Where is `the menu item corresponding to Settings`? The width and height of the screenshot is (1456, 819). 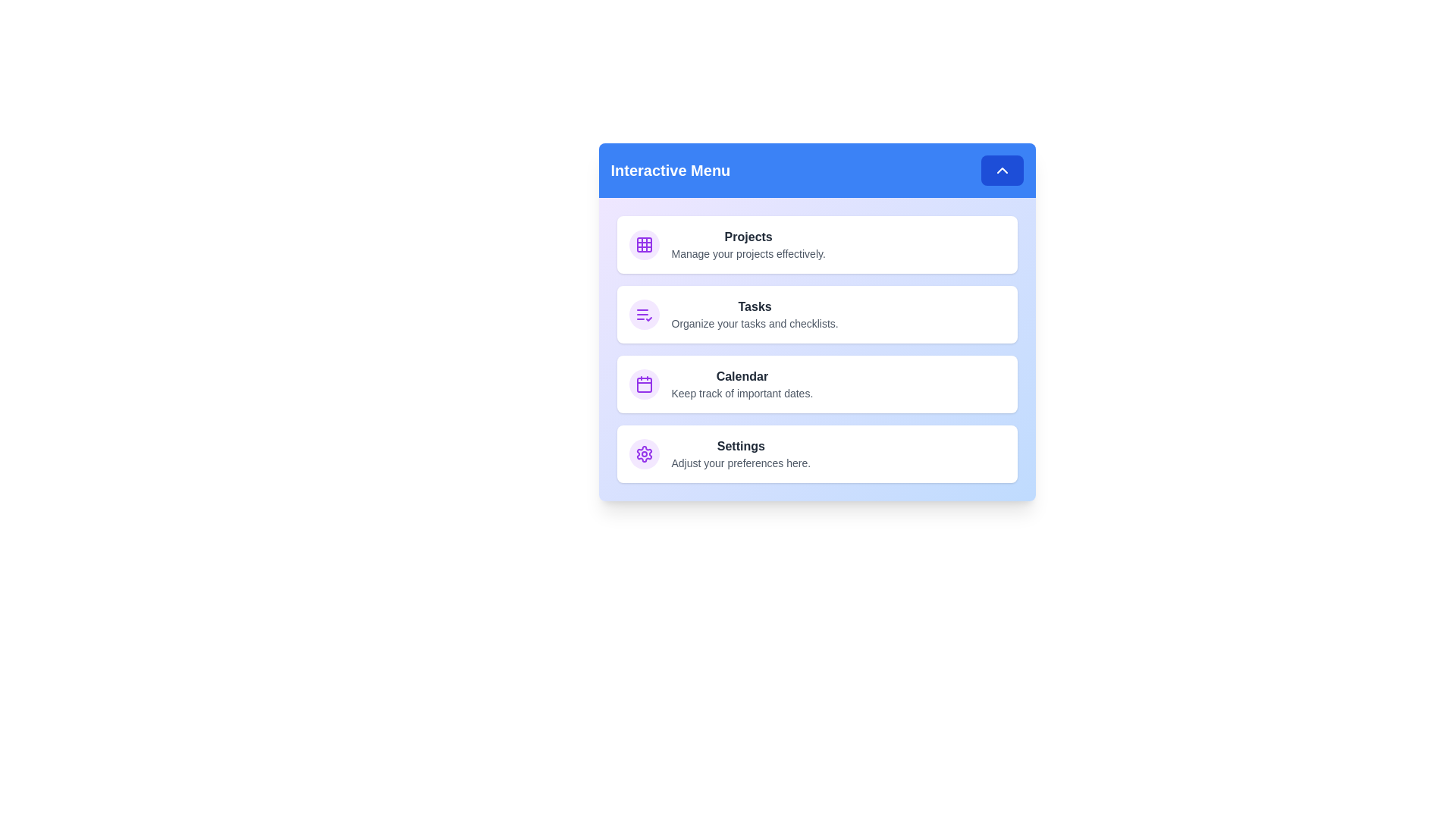
the menu item corresponding to Settings is located at coordinates (816, 453).